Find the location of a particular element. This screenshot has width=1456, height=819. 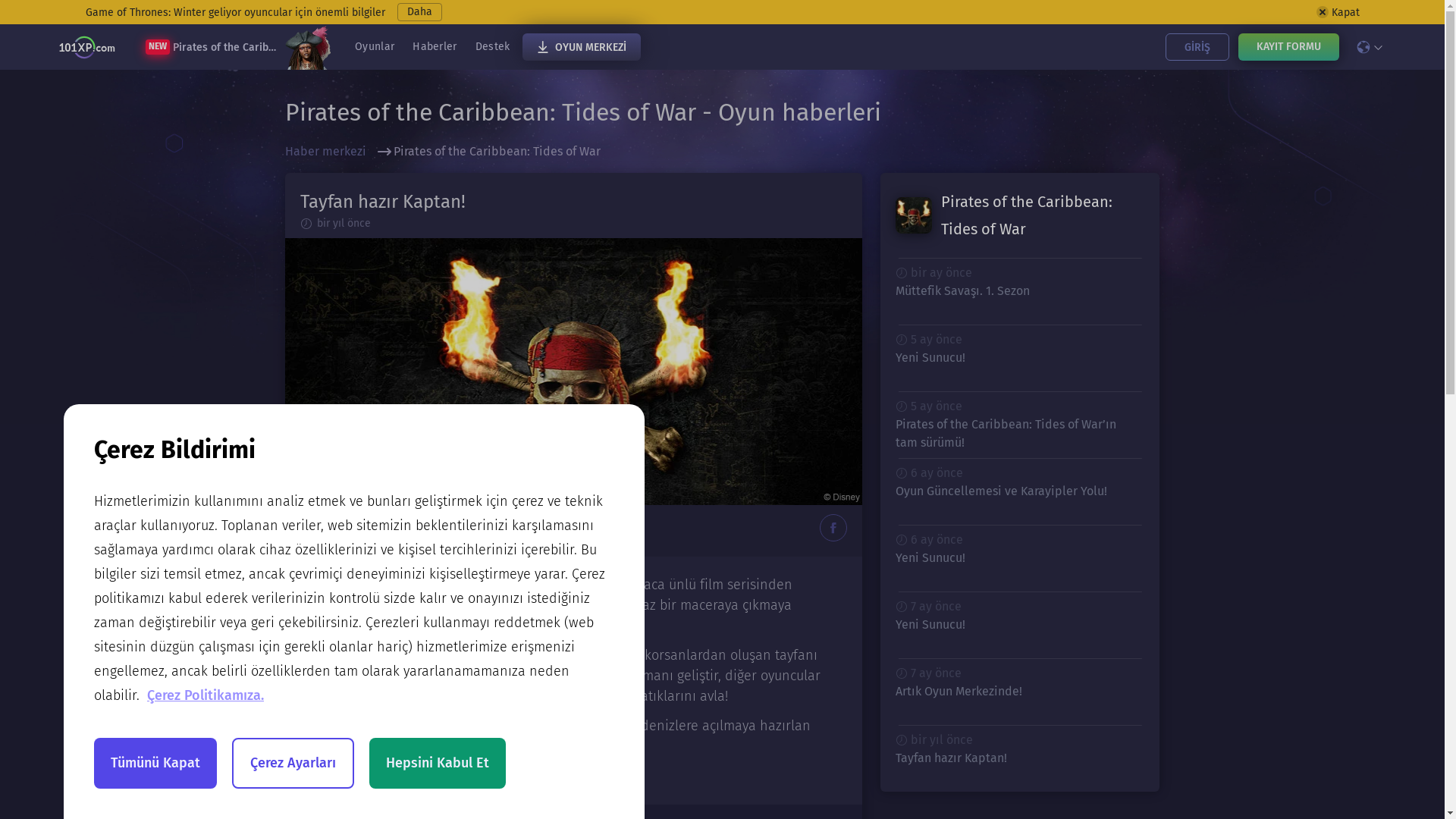

'NEW is located at coordinates (237, 45).